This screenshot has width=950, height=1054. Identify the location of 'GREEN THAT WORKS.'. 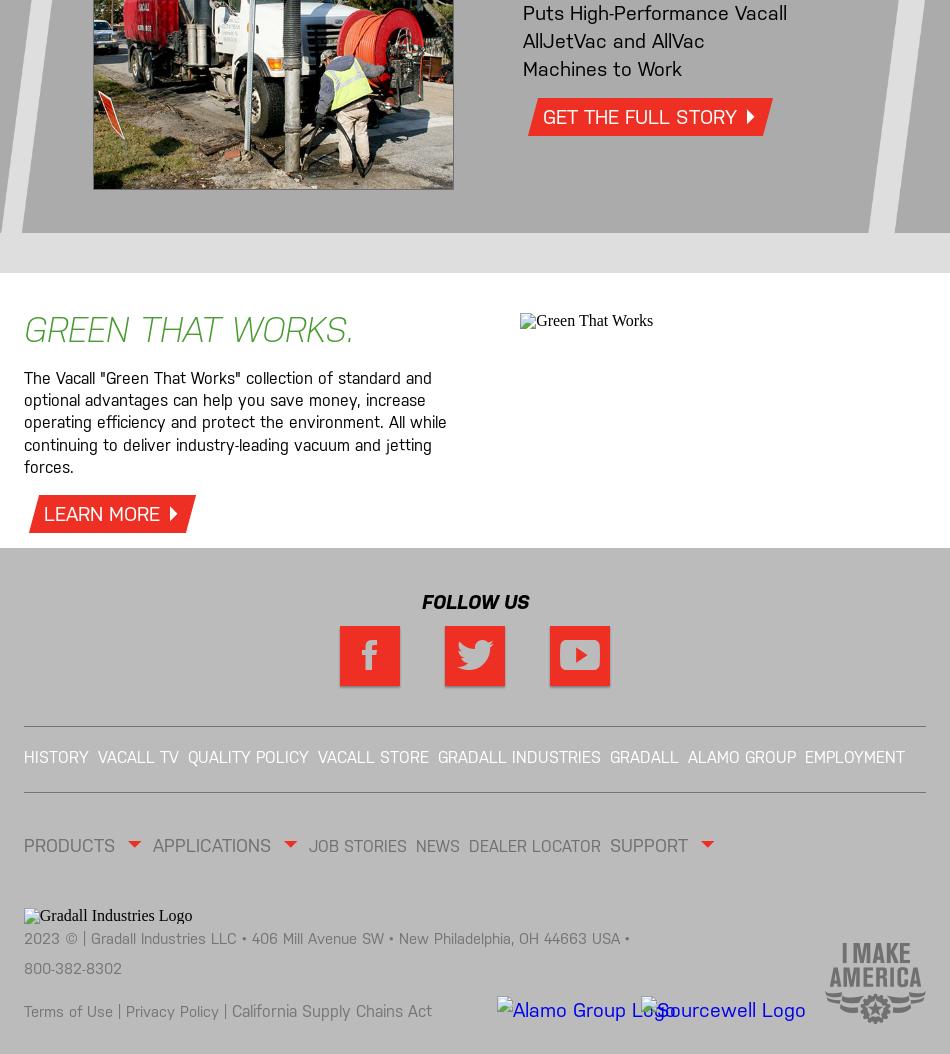
(188, 328).